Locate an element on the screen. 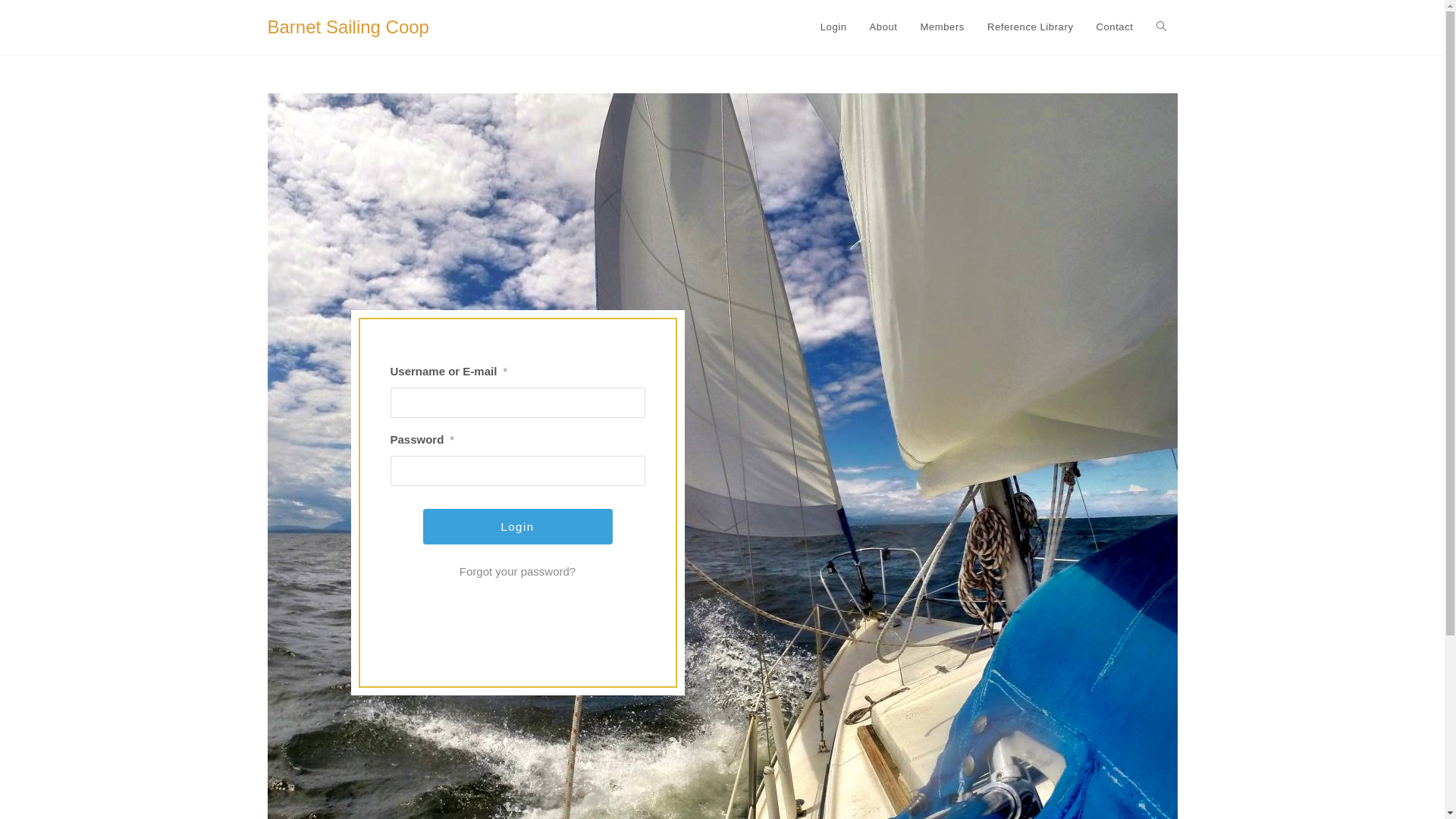  'Login' is located at coordinates (517, 526).